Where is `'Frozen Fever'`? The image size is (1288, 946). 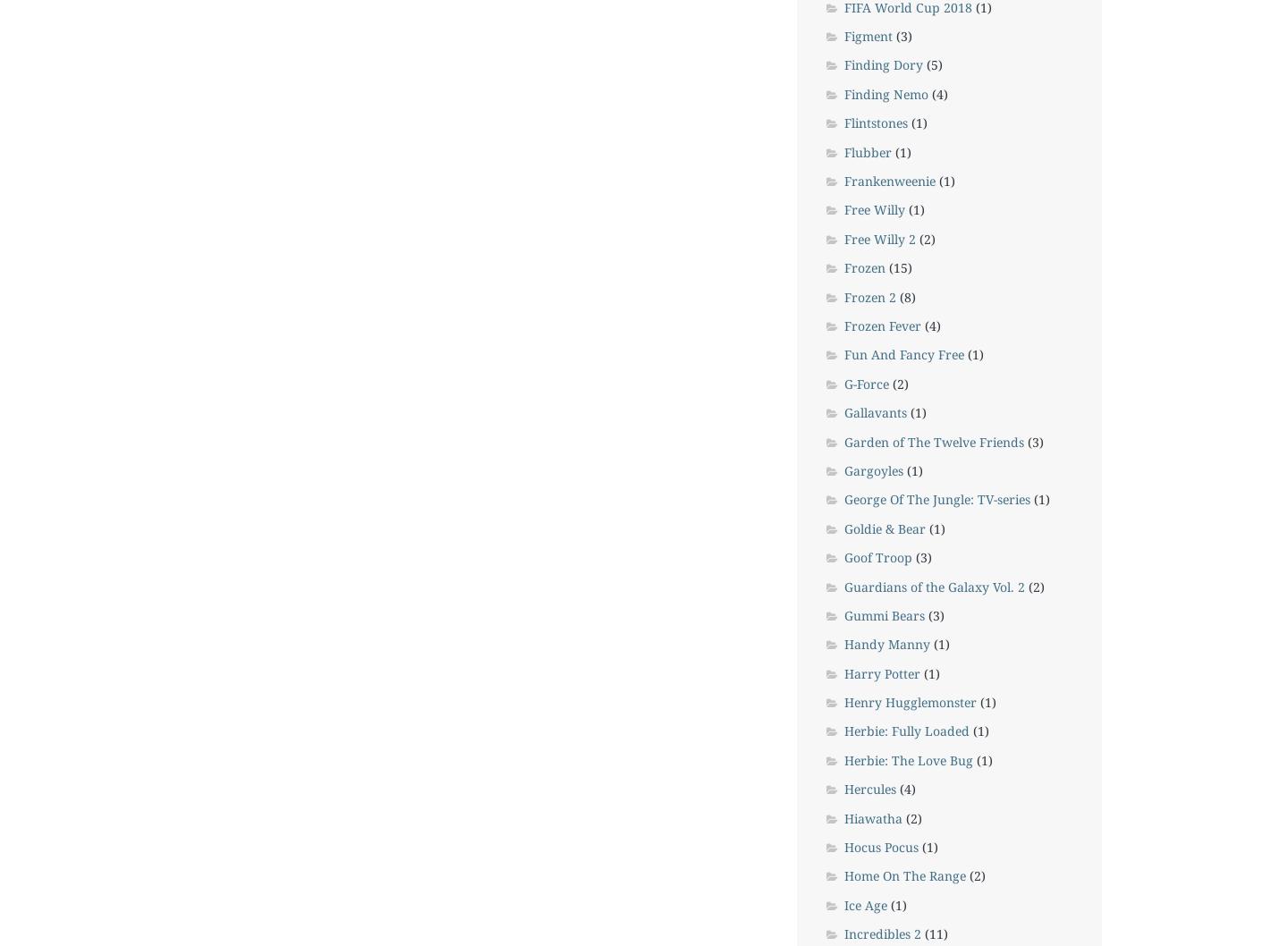
'Frozen Fever' is located at coordinates (843, 325).